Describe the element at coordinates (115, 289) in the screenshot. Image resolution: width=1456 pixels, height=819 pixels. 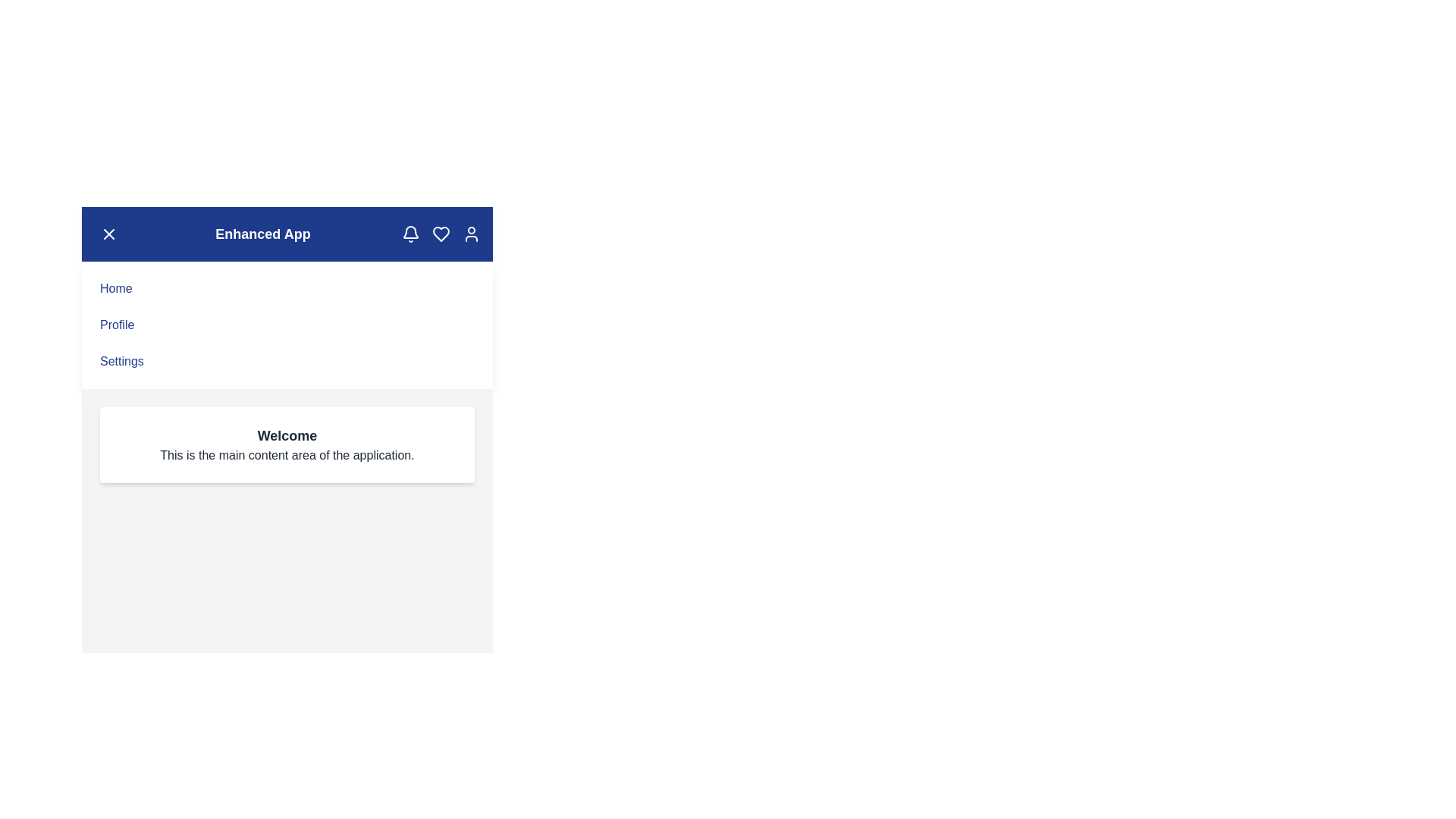
I see `the 'Home' menu item to navigate to the 'Home' section` at that location.